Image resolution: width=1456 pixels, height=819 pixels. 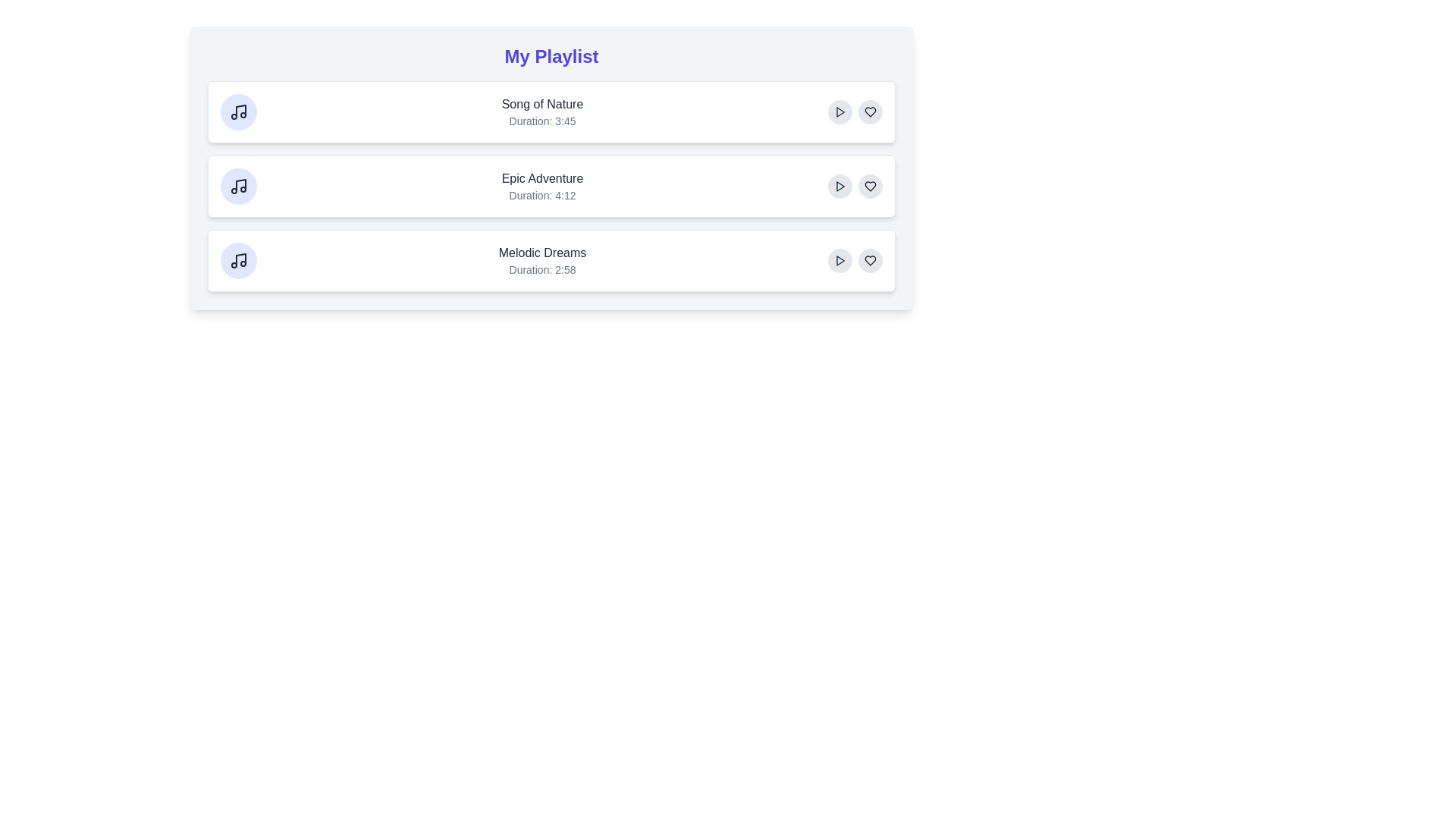 I want to click on the heart button of the Song of Nature track, so click(x=870, y=111).